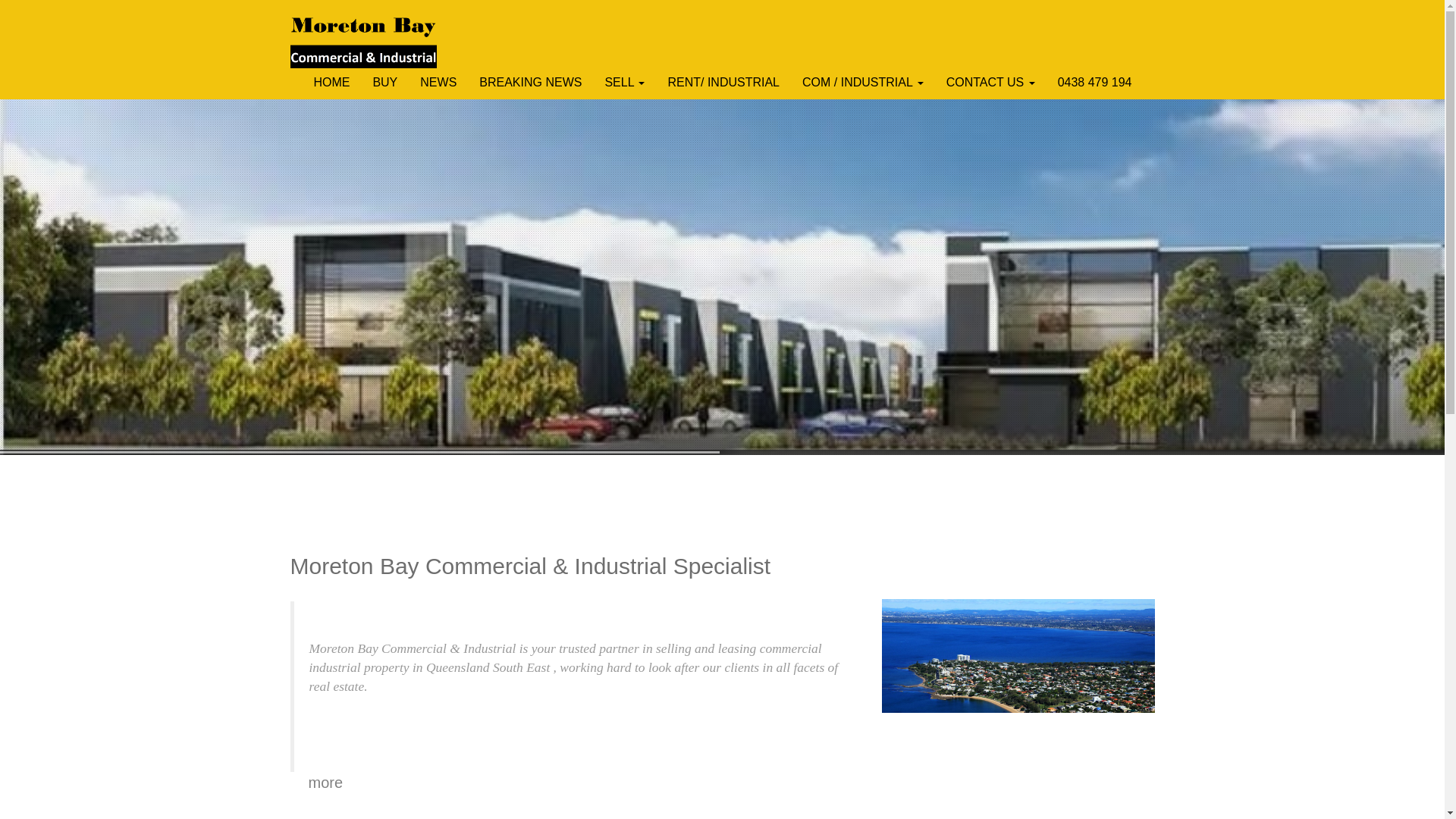  I want to click on 'NEWS', so click(437, 82).